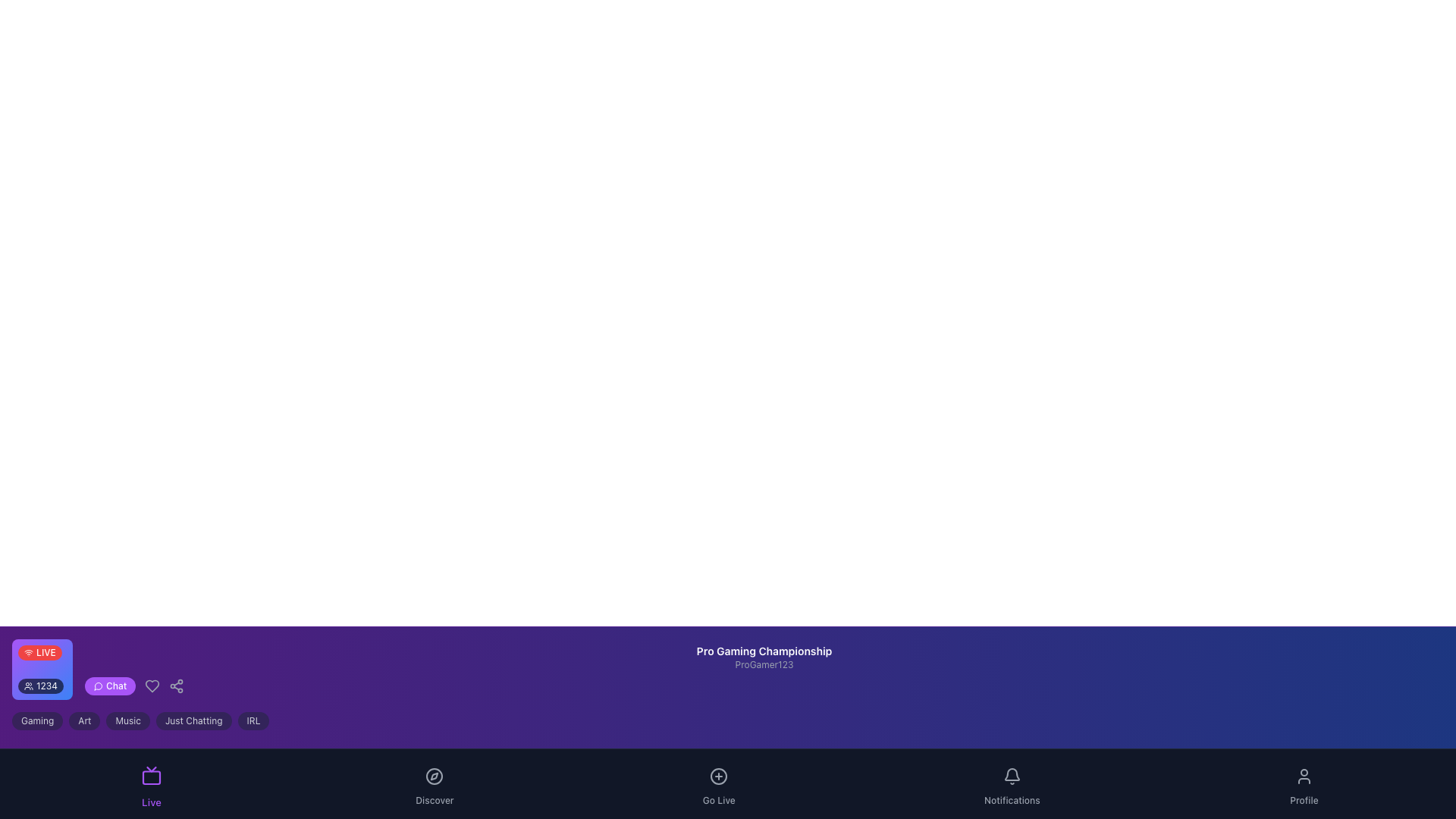  Describe the element at coordinates (152, 777) in the screenshot. I see `the decorative rectangular component within the 'Live' navigation icon located in the bottom navigation bar` at that location.